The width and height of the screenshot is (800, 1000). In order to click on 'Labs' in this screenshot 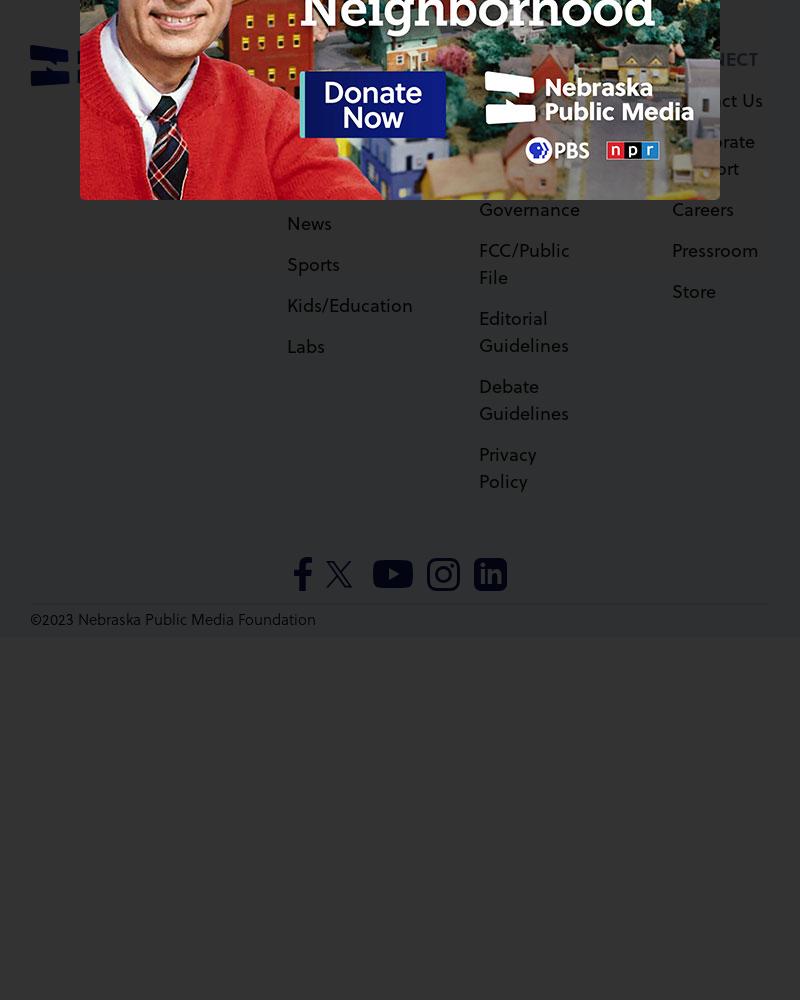, I will do `click(303, 343)`.